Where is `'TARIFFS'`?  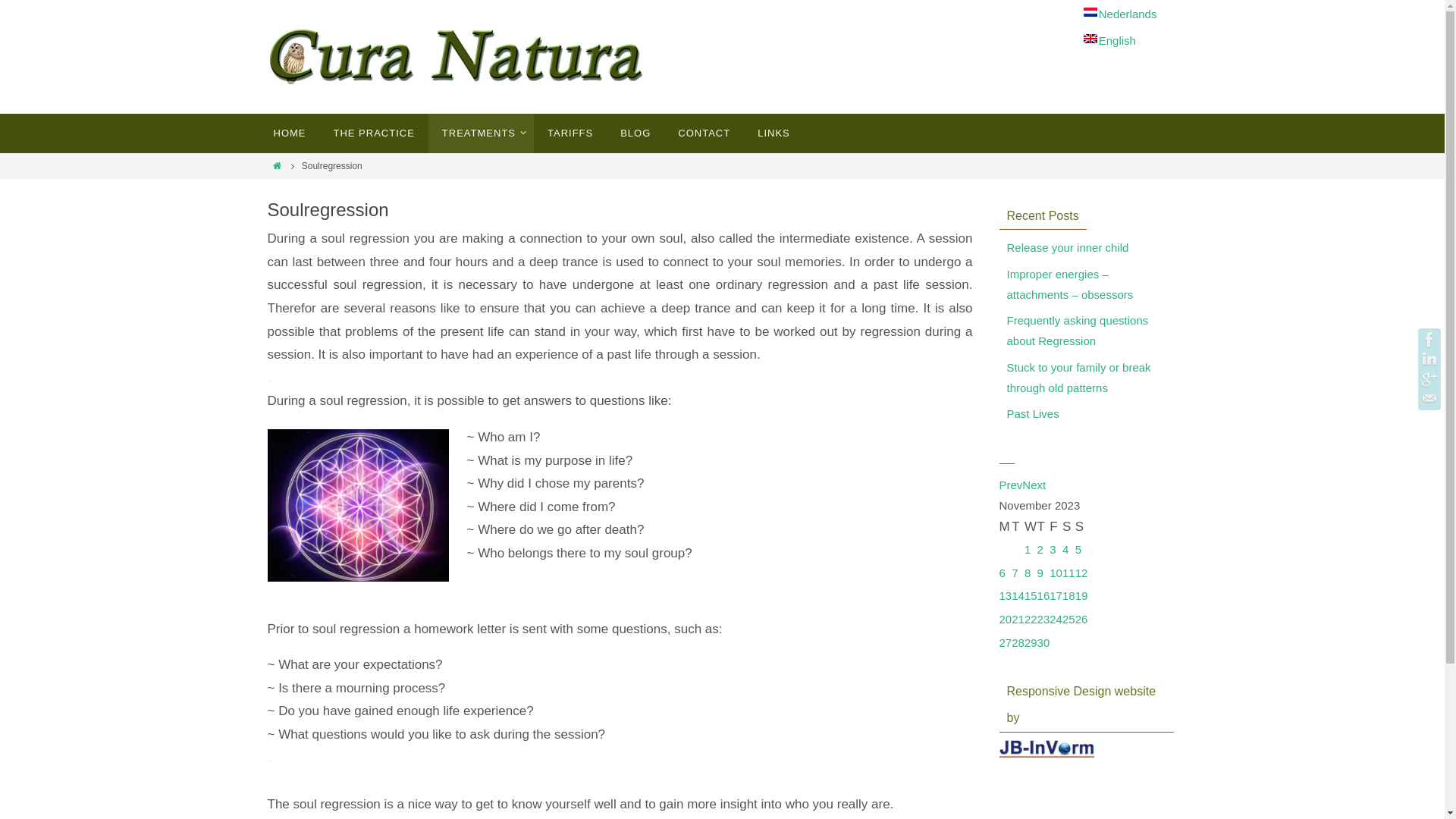
'TARIFFS' is located at coordinates (570, 133).